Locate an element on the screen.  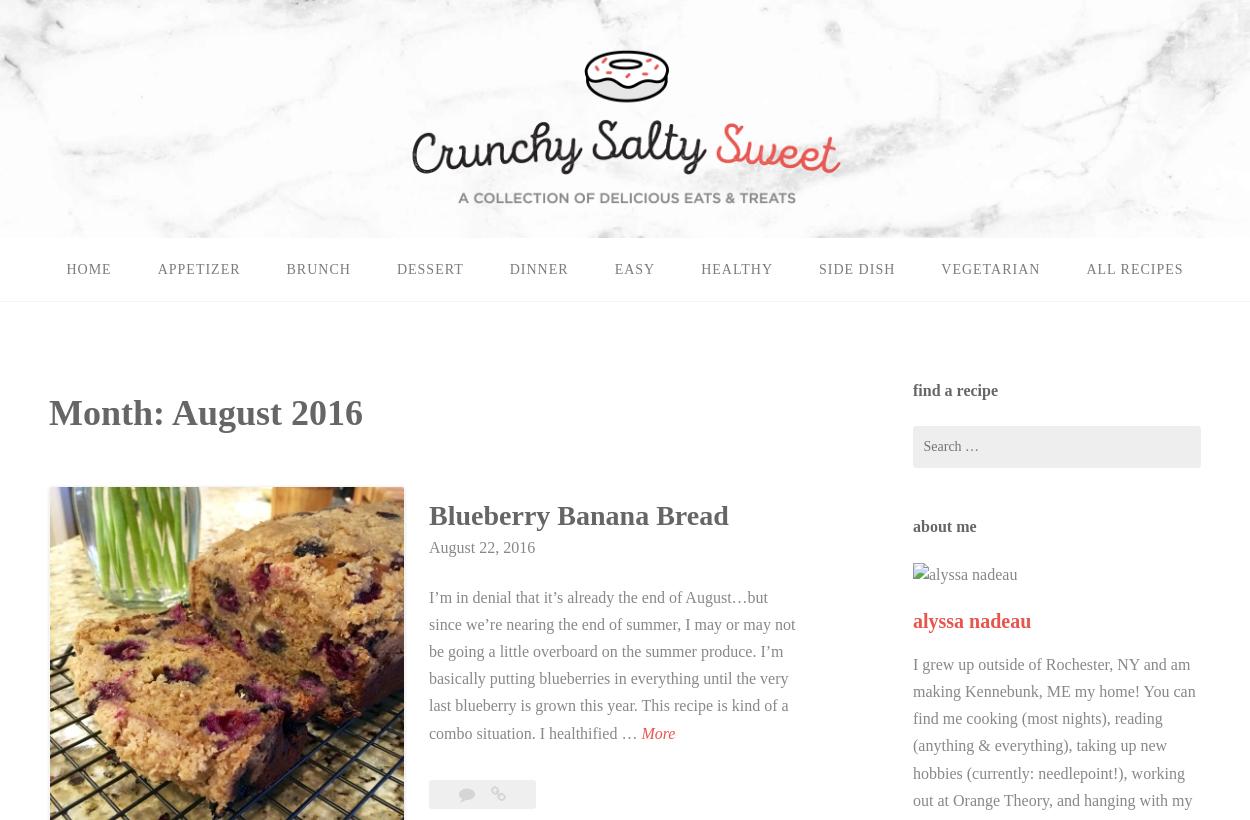
'vegetarian' is located at coordinates (989, 269).